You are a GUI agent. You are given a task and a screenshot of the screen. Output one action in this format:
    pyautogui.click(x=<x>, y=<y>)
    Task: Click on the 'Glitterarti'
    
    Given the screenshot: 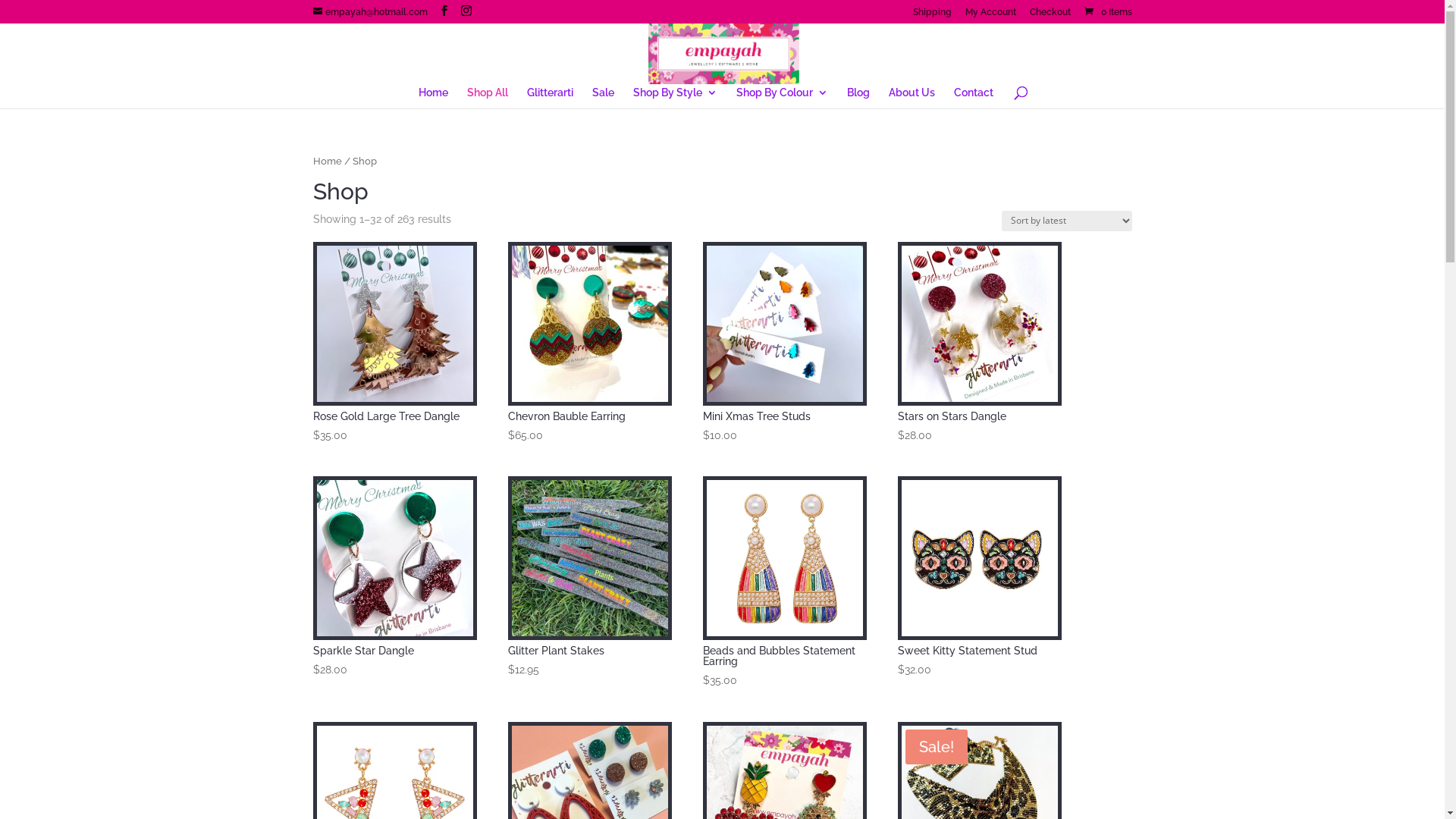 What is the action you would take?
    pyautogui.click(x=549, y=97)
    